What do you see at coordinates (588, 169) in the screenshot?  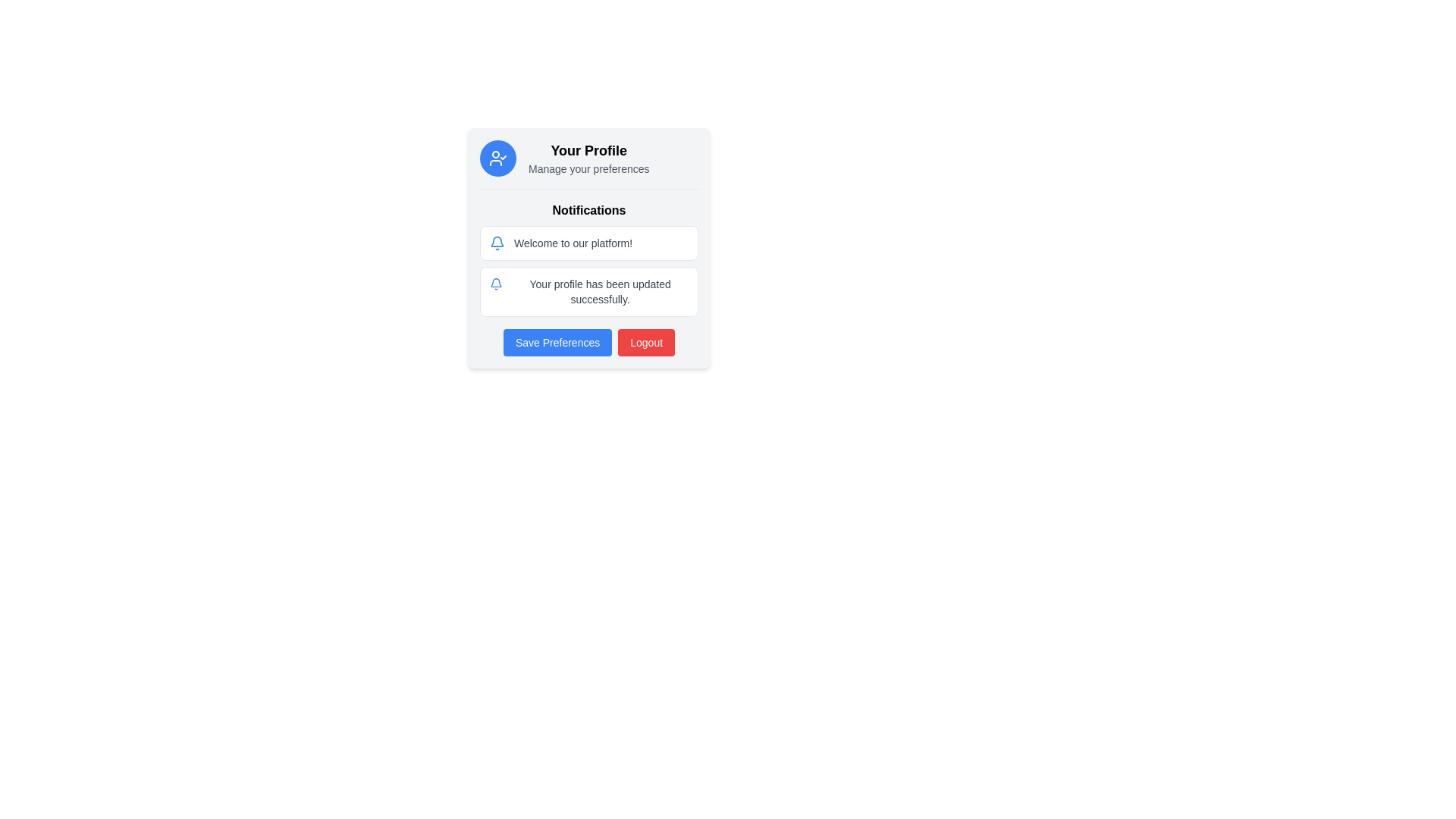 I see `the text label that says 'Manage your preferences', which is styled in gray and located below 'Your Profile' in the user profile interface` at bounding box center [588, 169].